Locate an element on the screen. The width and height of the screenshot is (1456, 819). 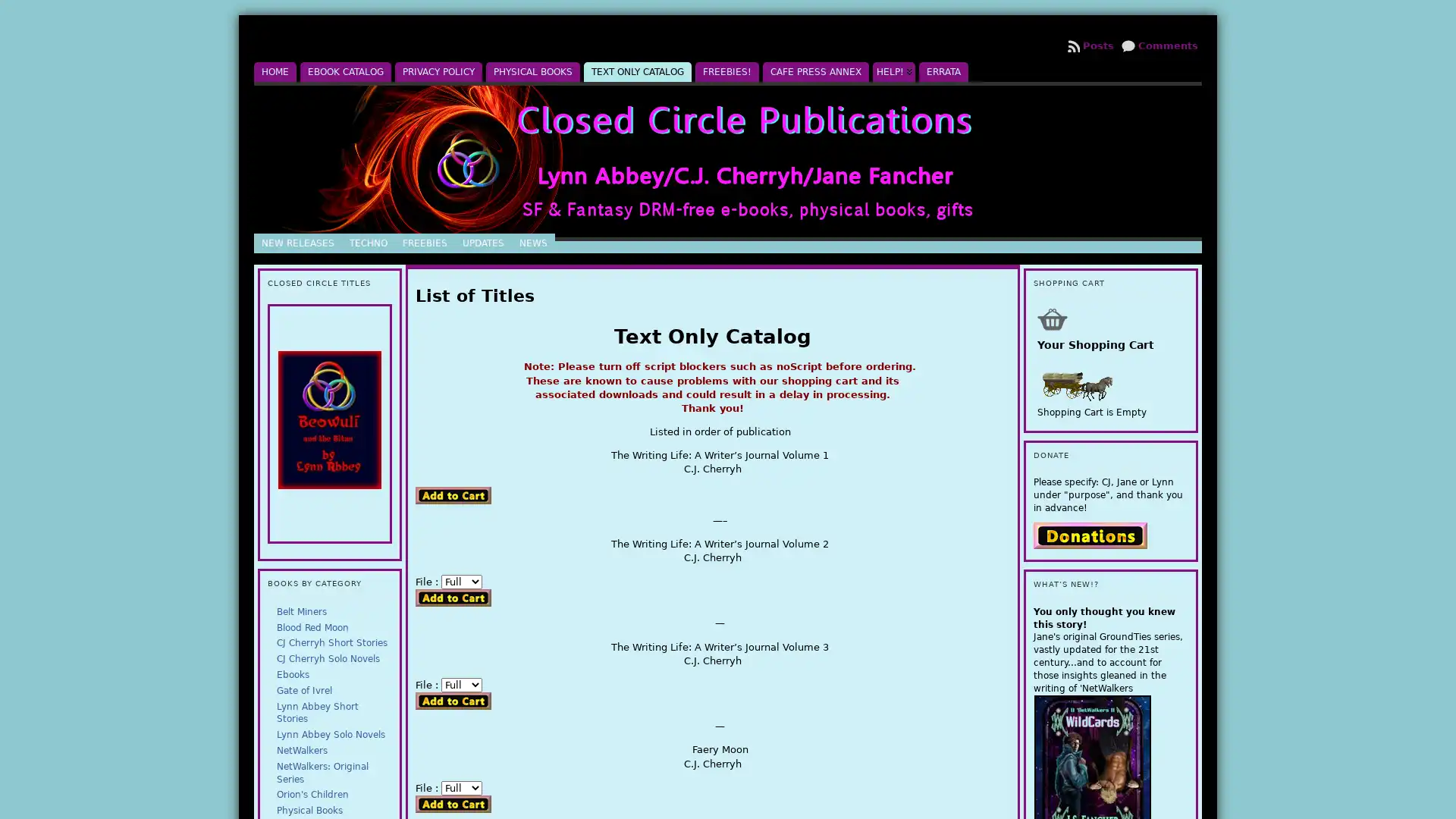
Add to Cart is located at coordinates (453, 701).